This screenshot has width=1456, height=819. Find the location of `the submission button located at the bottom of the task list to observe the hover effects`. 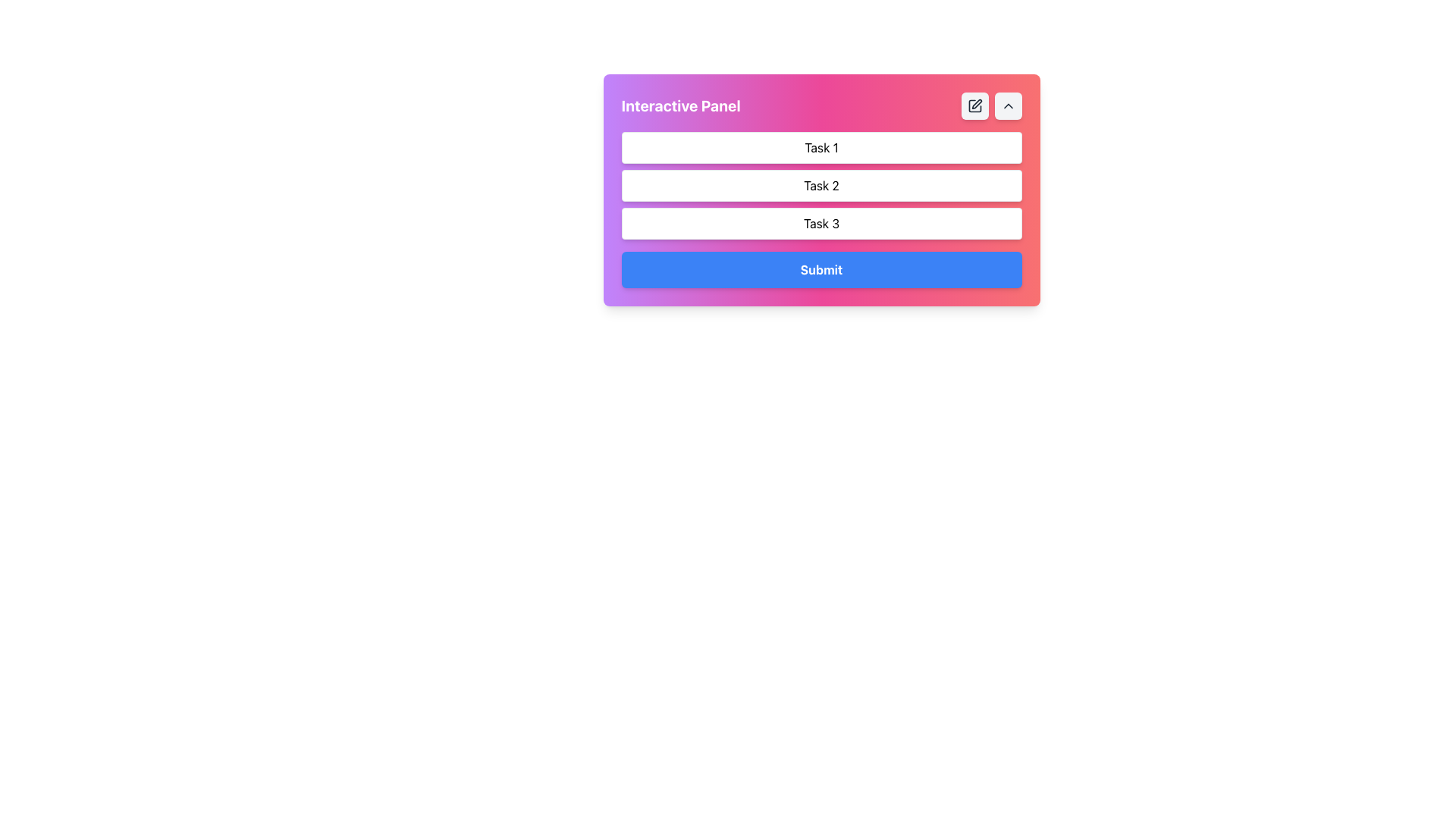

the submission button located at the bottom of the task list to observe the hover effects is located at coordinates (821, 268).